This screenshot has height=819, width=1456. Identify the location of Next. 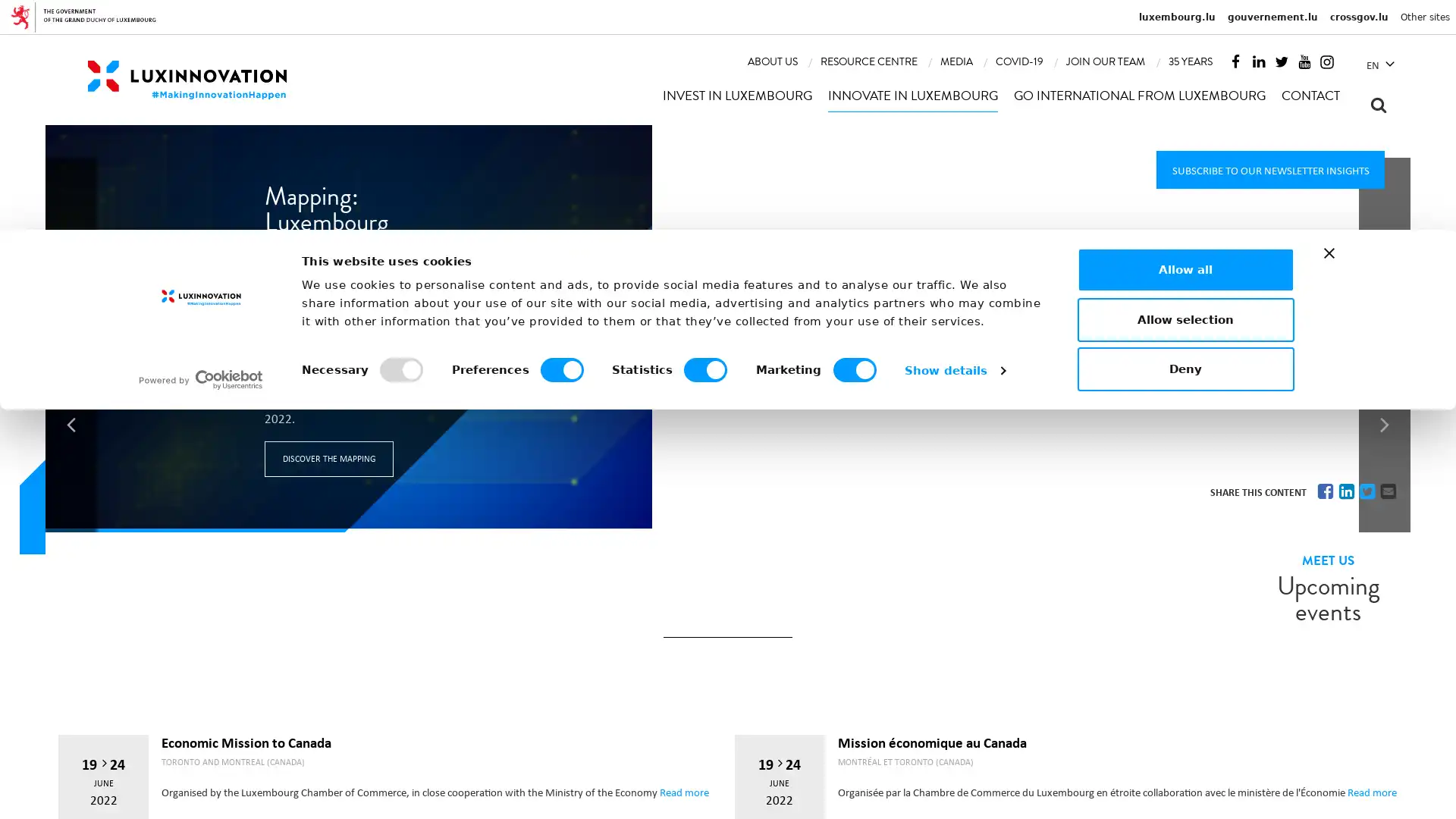
(1384, 268).